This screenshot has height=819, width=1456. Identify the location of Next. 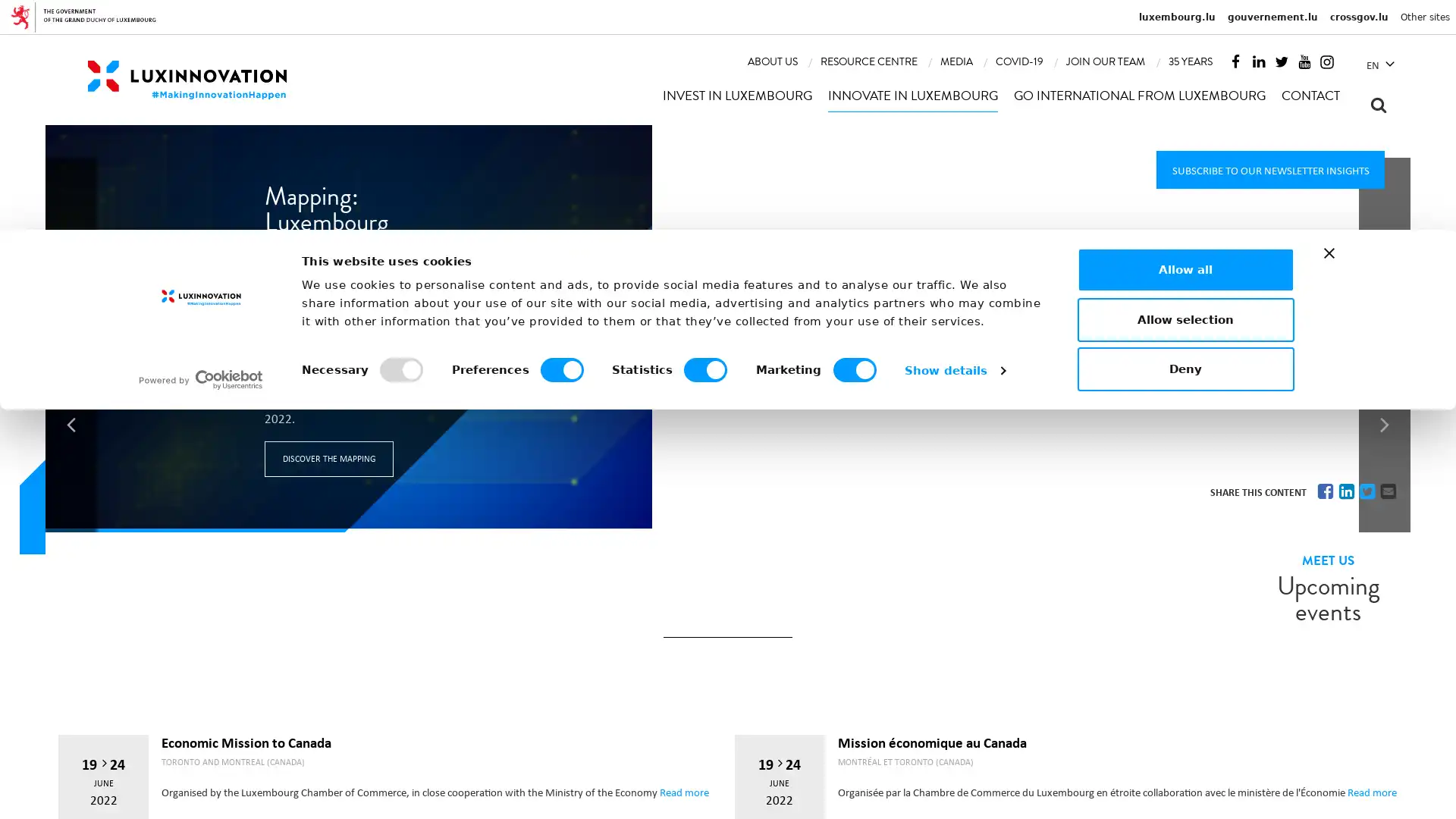
(1384, 268).